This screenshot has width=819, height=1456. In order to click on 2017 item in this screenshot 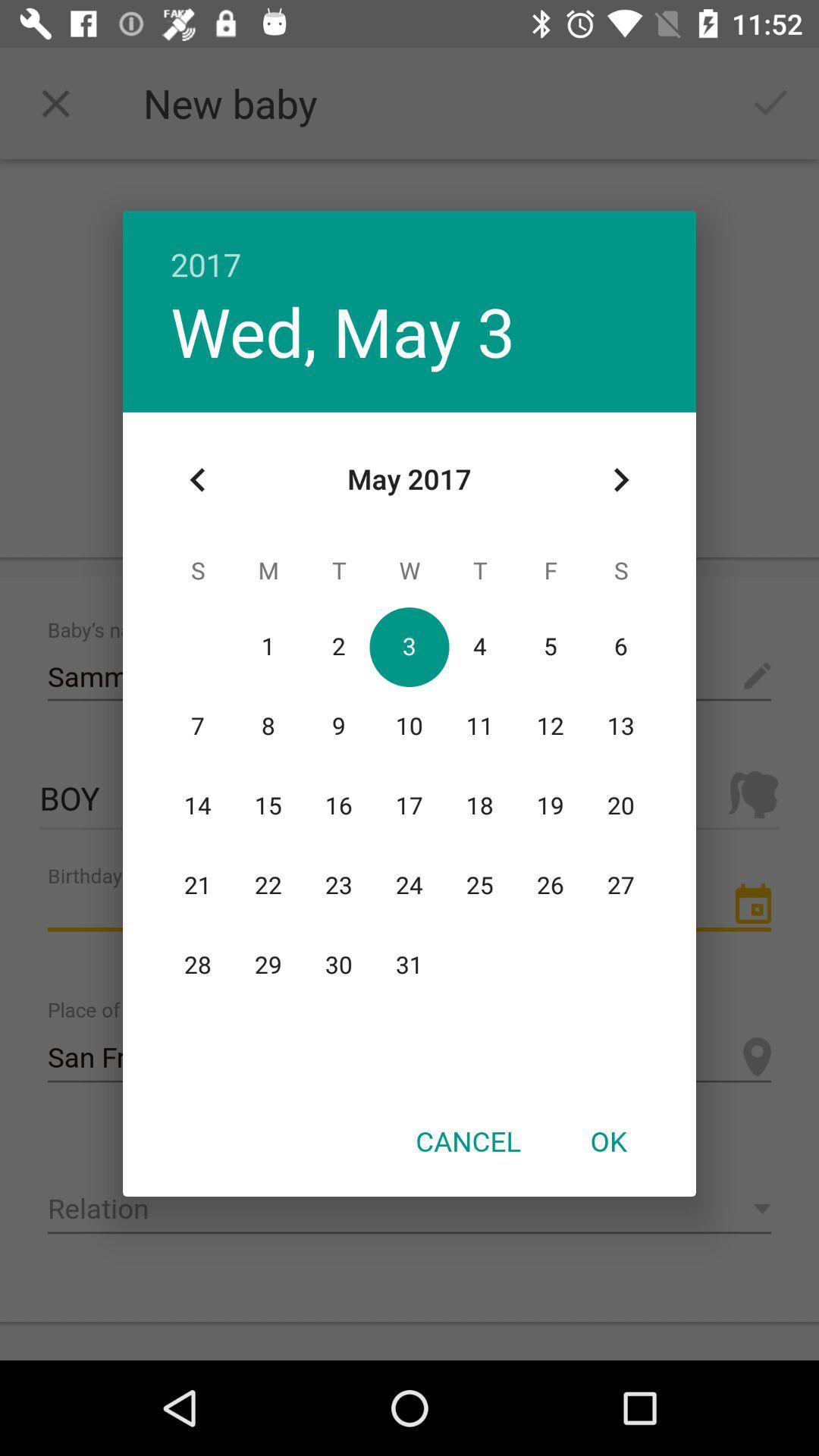, I will do `click(409, 248)`.